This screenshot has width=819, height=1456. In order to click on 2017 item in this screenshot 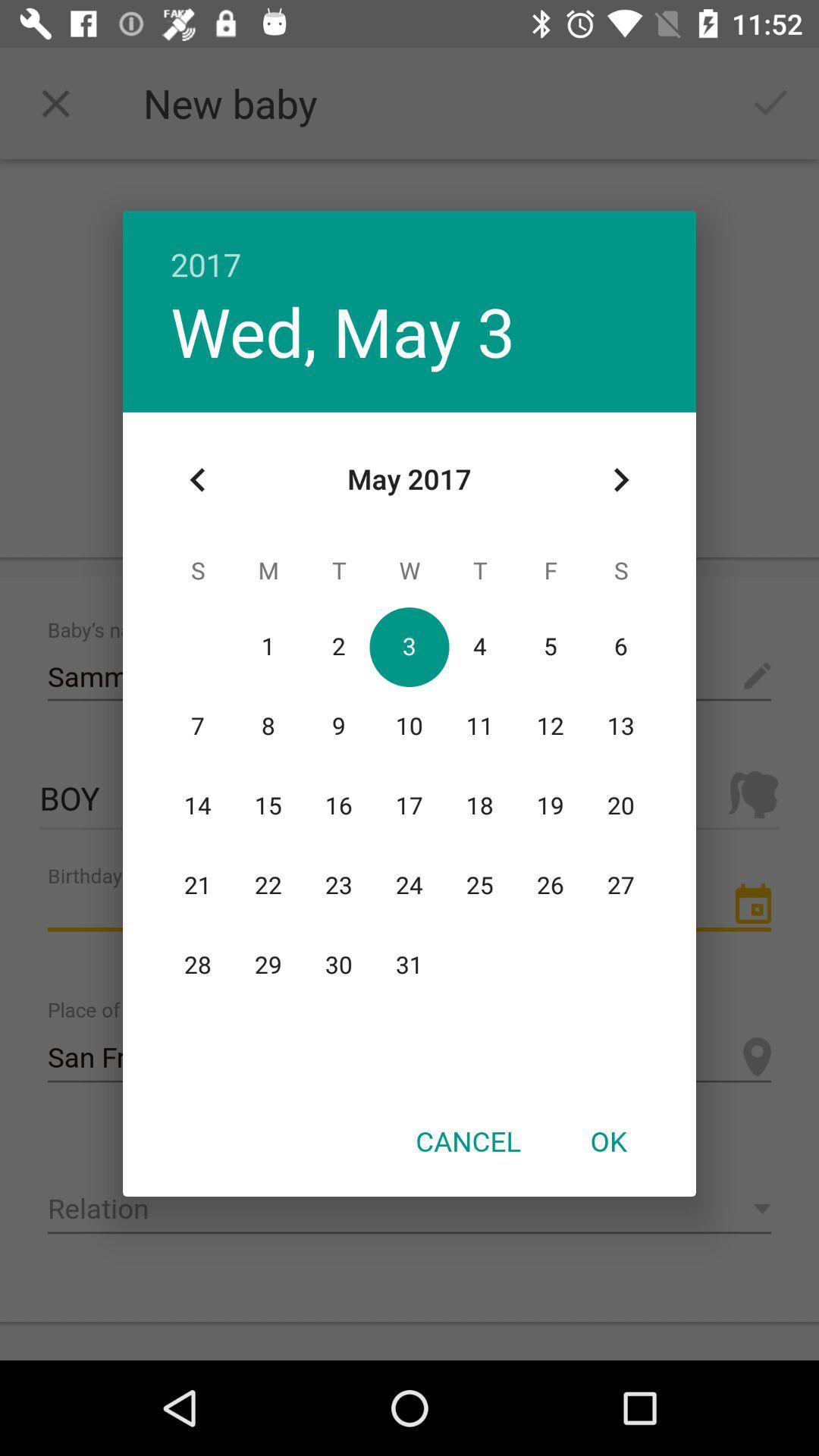, I will do `click(409, 248)`.